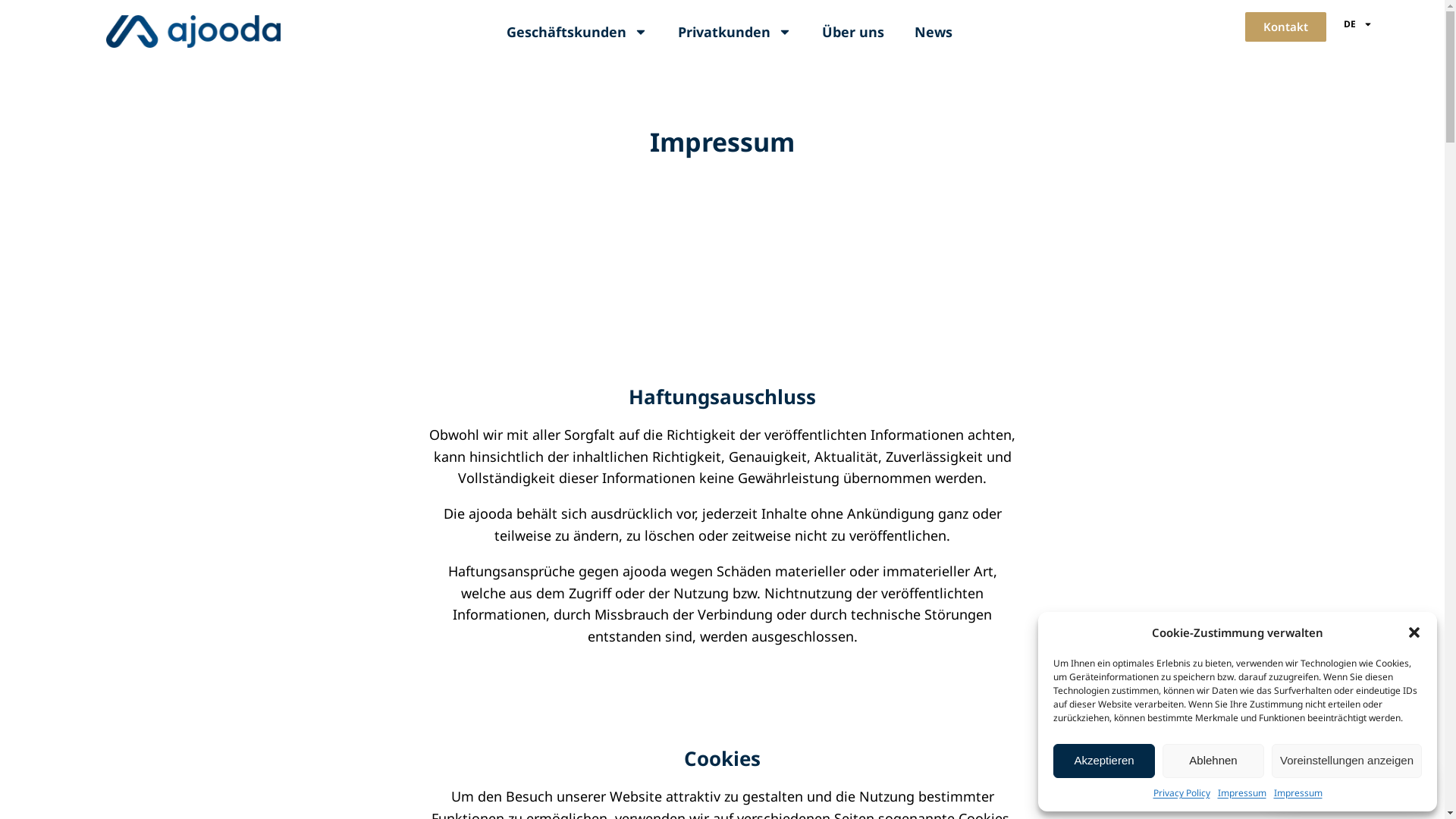 The height and width of the screenshot is (819, 1456). What do you see at coordinates (1103, 761) in the screenshot?
I see `'Akzeptieren'` at bounding box center [1103, 761].